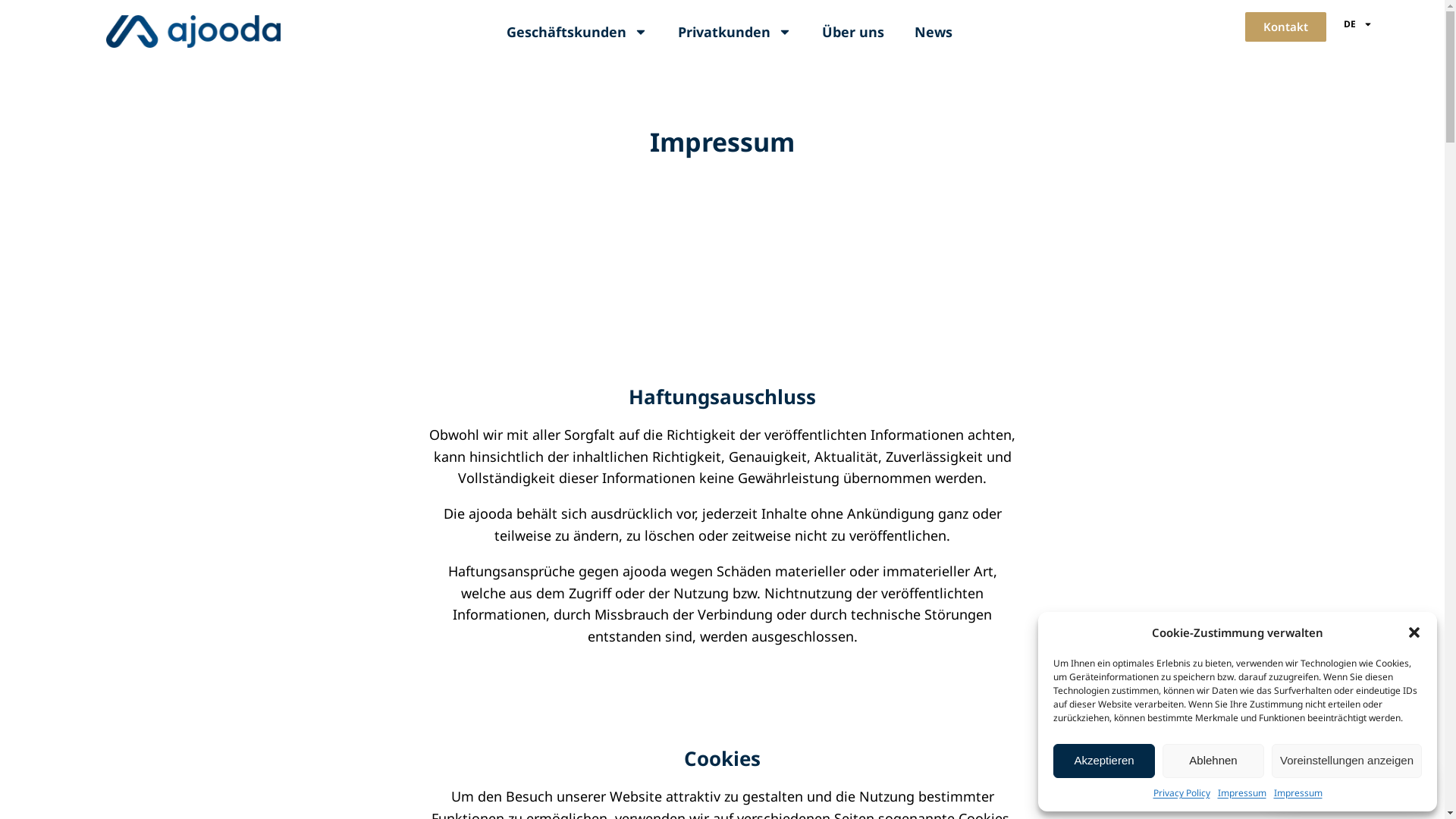 The height and width of the screenshot is (819, 1456). What do you see at coordinates (1103, 761) in the screenshot?
I see `'Akzeptieren'` at bounding box center [1103, 761].